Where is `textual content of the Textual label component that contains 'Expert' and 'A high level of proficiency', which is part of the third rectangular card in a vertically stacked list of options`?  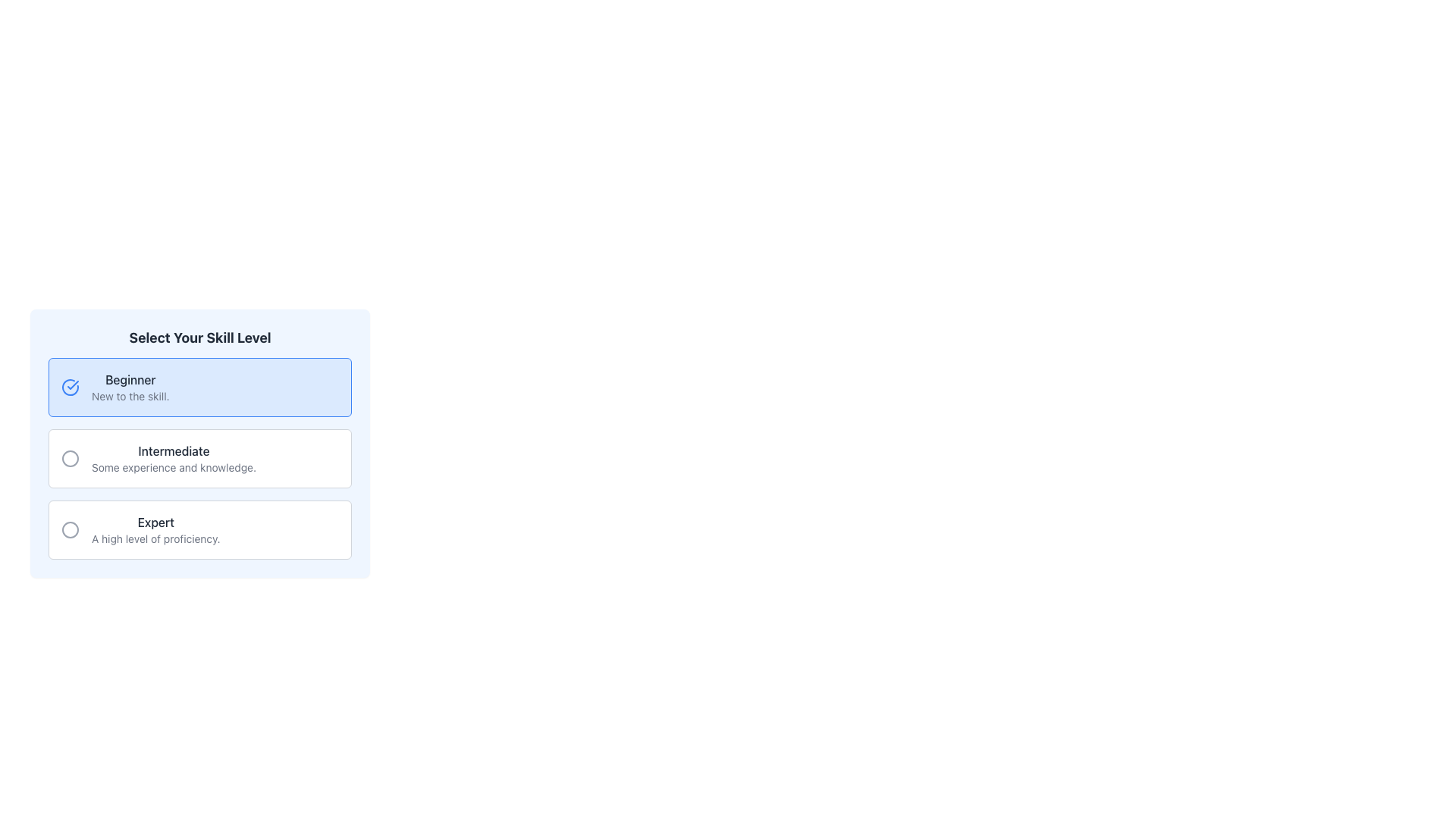 textual content of the Textual label component that contains 'Expert' and 'A high level of proficiency', which is part of the third rectangular card in a vertically stacked list of options is located at coordinates (155, 529).